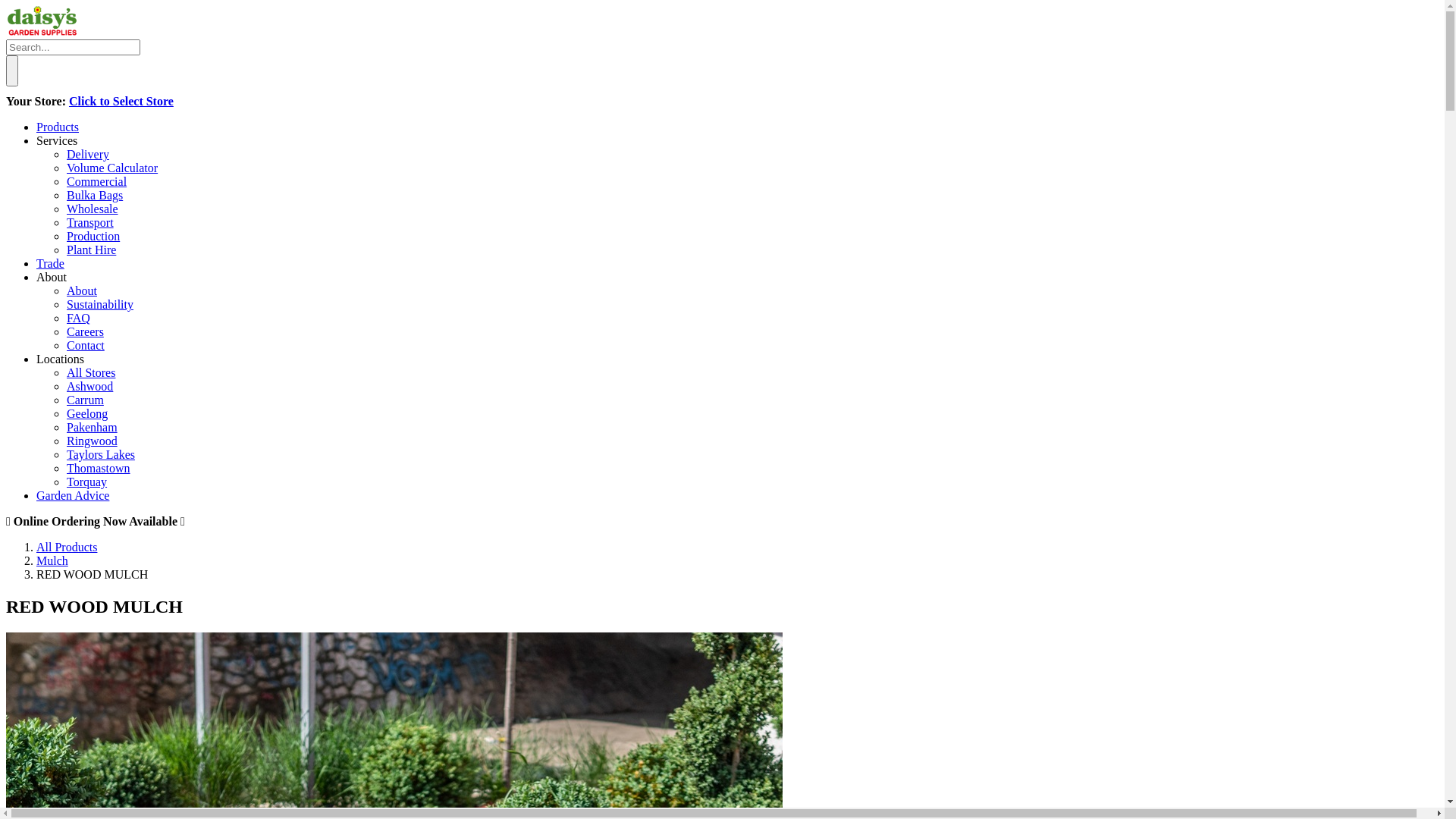 The image size is (1456, 819). What do you see at coordinates (52, 560) in the screenshot?
I see `'Mulch'` at bounding box center [52, 560].